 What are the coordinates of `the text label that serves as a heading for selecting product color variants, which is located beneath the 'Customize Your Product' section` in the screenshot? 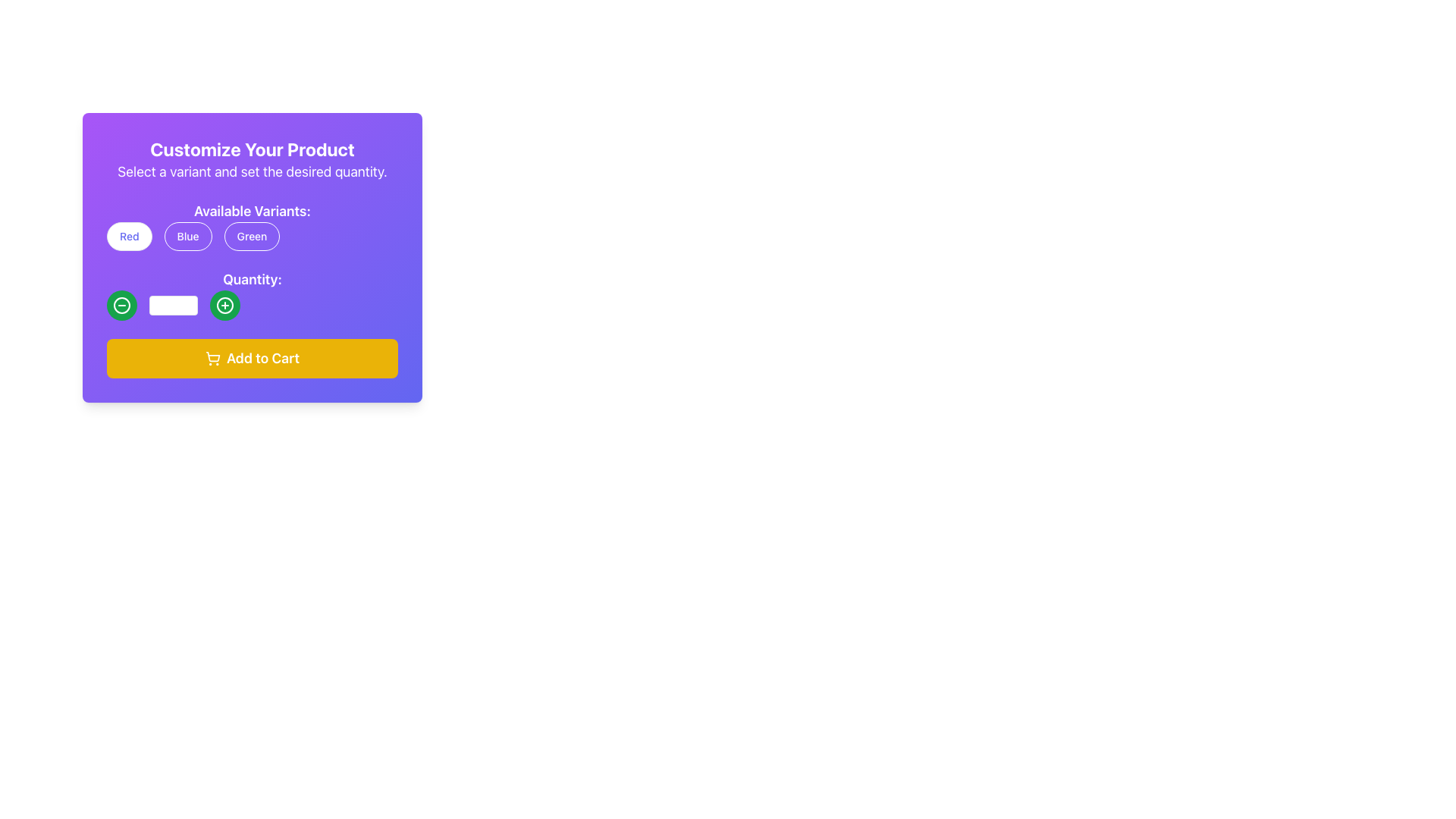 It's located at (252, 211).